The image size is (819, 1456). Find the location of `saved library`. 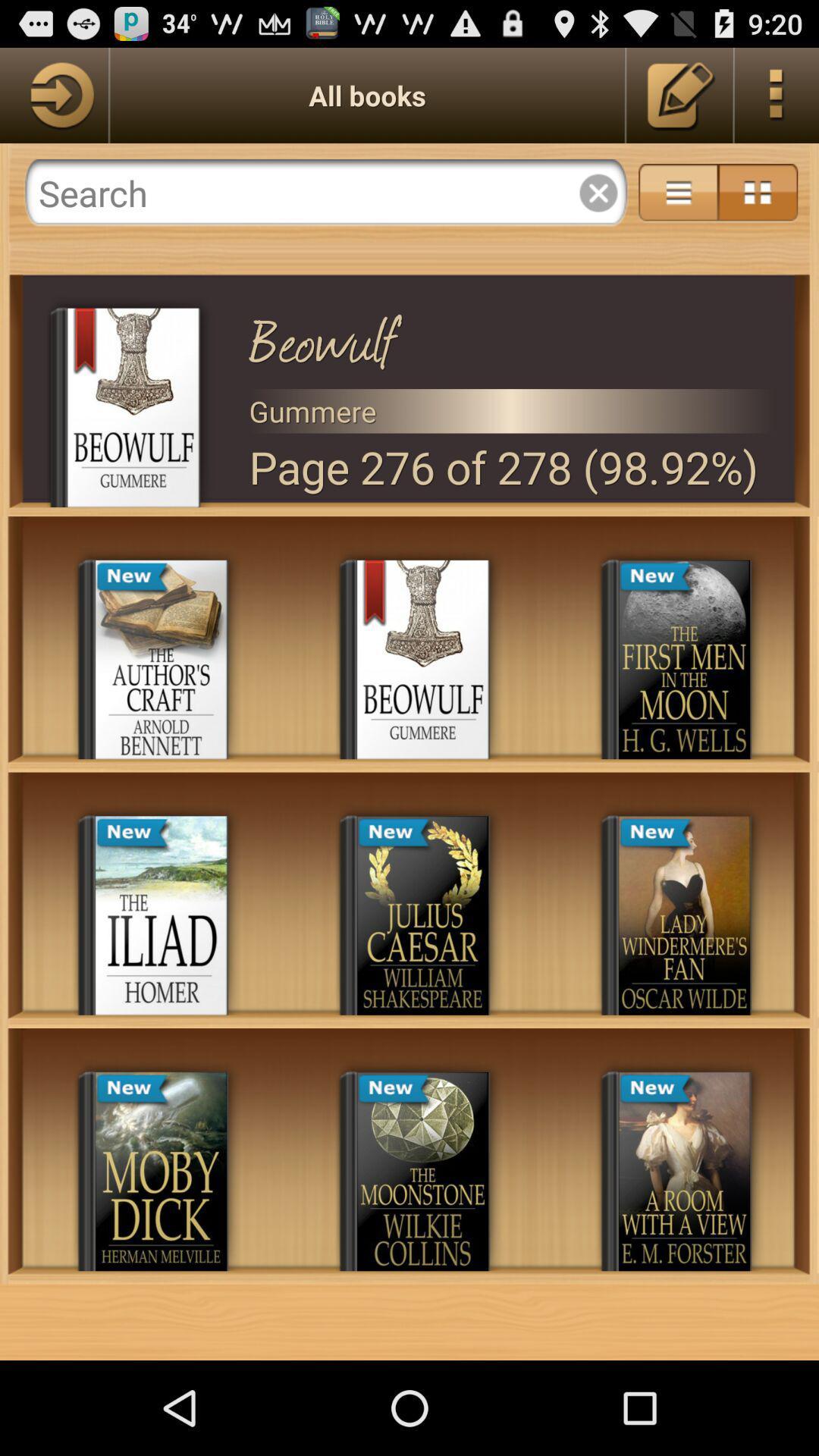

saved library is located at coordinates (679, 94).